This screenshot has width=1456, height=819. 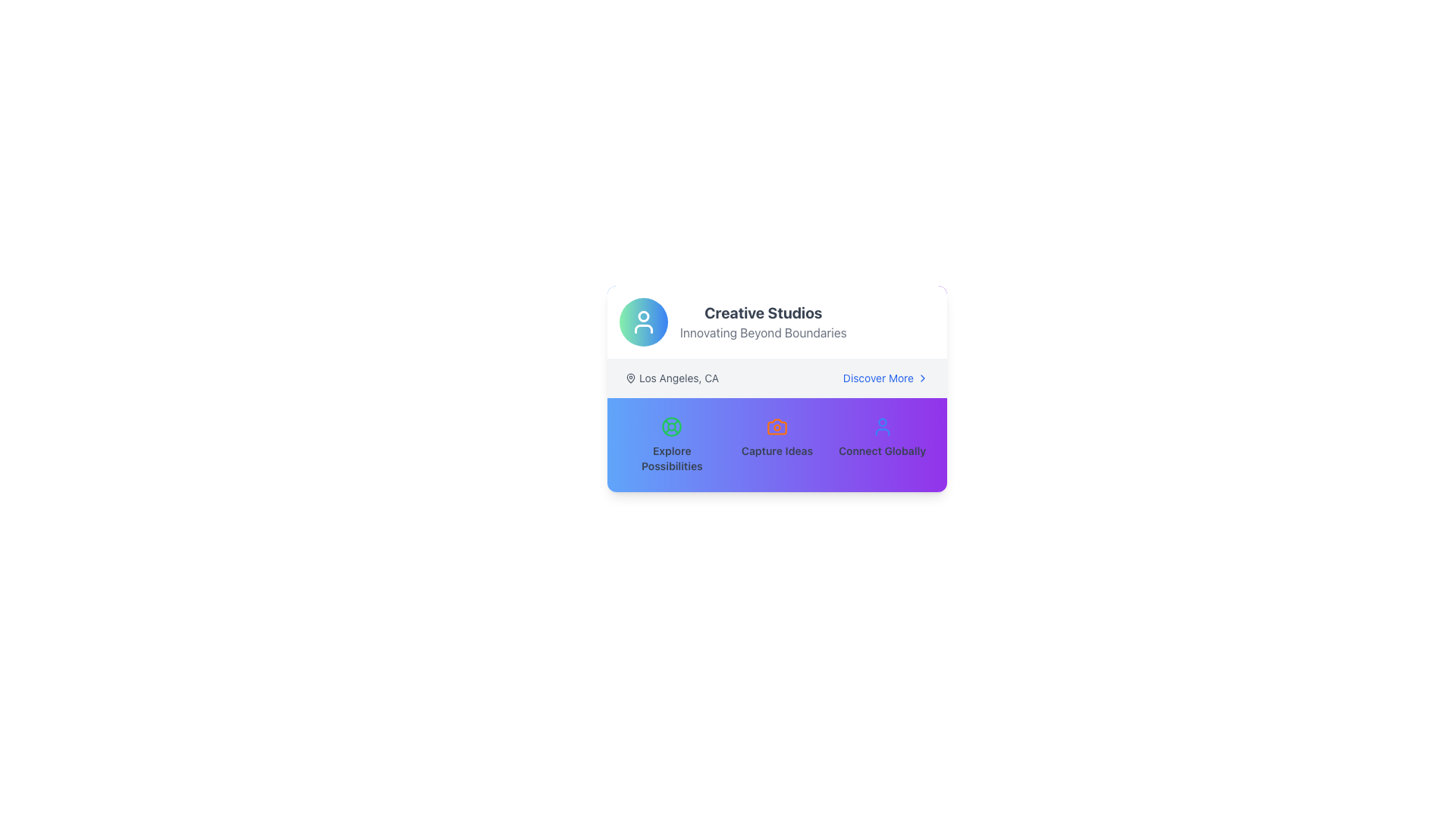 What do you see at coordinates (644, 321) in the screenshot?
I see `the user silhouette SVG icon located at the top left of the card design, near the text 'Creative Studios'` at bounding box center [644, 321].